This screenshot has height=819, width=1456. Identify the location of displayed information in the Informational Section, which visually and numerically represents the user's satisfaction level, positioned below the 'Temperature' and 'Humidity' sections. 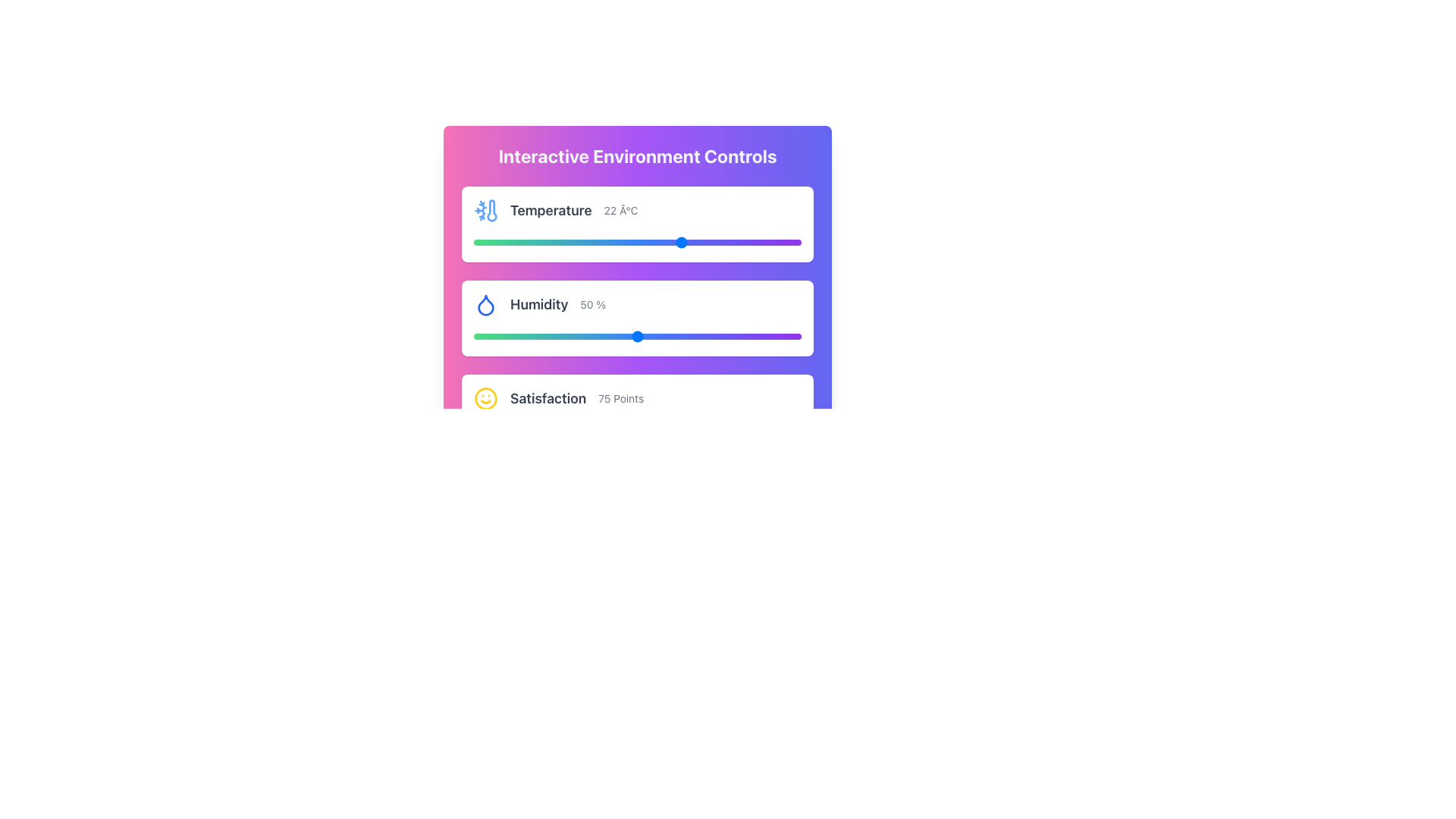
(637, 397).